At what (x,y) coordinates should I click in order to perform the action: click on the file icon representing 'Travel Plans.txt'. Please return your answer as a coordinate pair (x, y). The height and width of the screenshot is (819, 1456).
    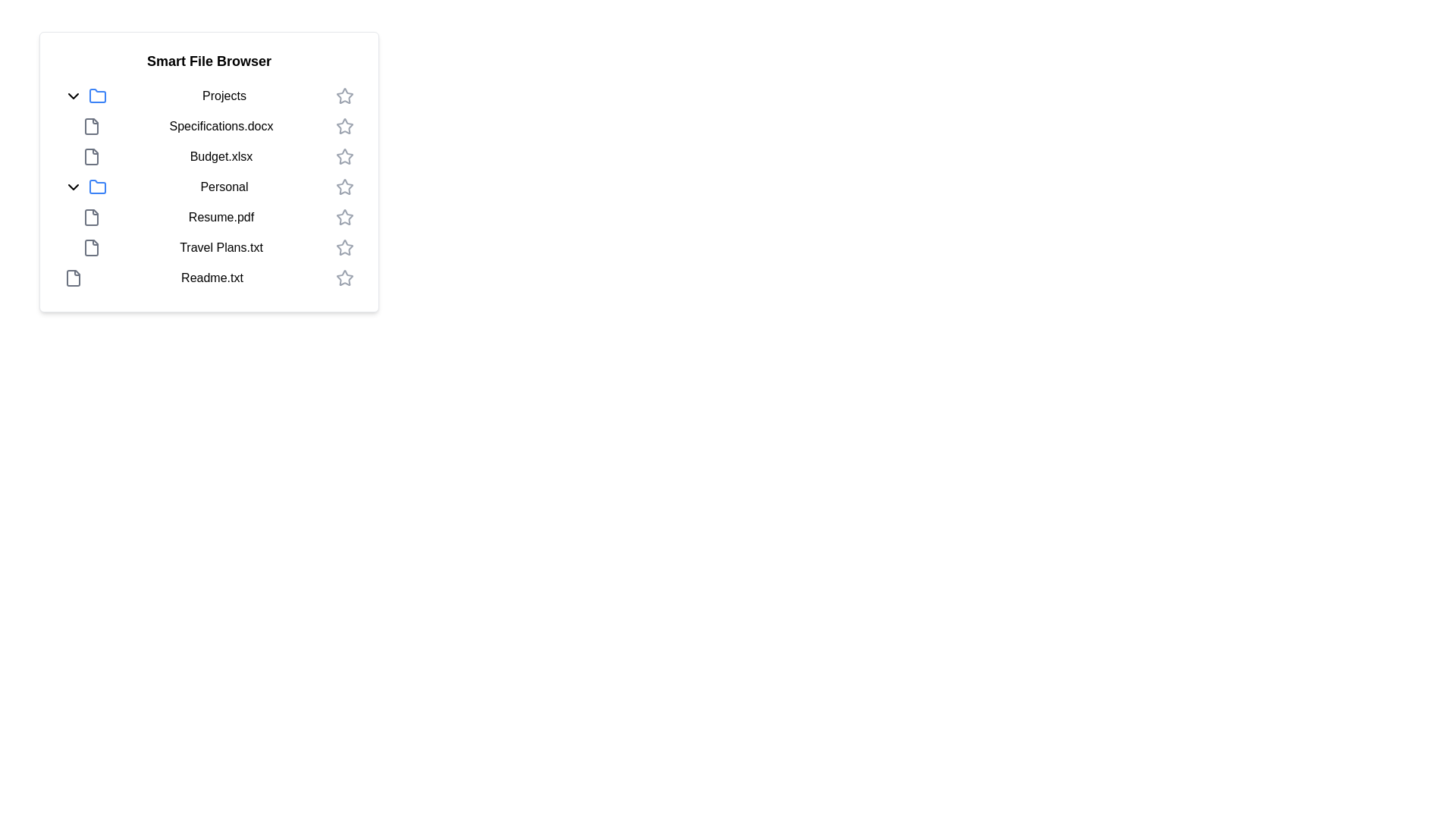
    Looking at the image, I should click on (90, 247).